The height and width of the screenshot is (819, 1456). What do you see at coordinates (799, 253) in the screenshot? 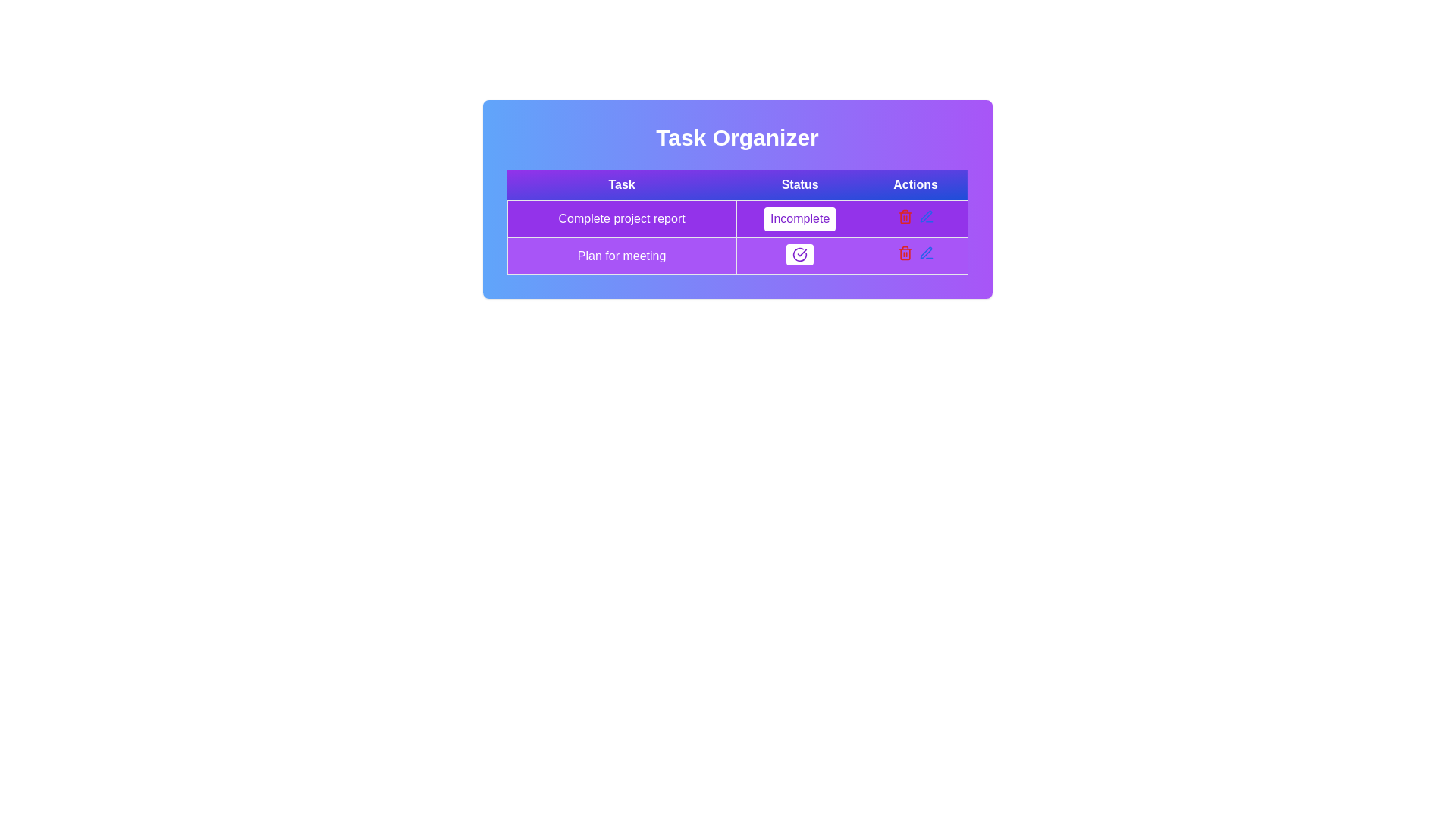
I see `the checkmark icon within the purple-filled button in the second row under the 'Status' column to mark the task 'Plan for meeting' as complete or confirmed` at bounding box center [799, 253].